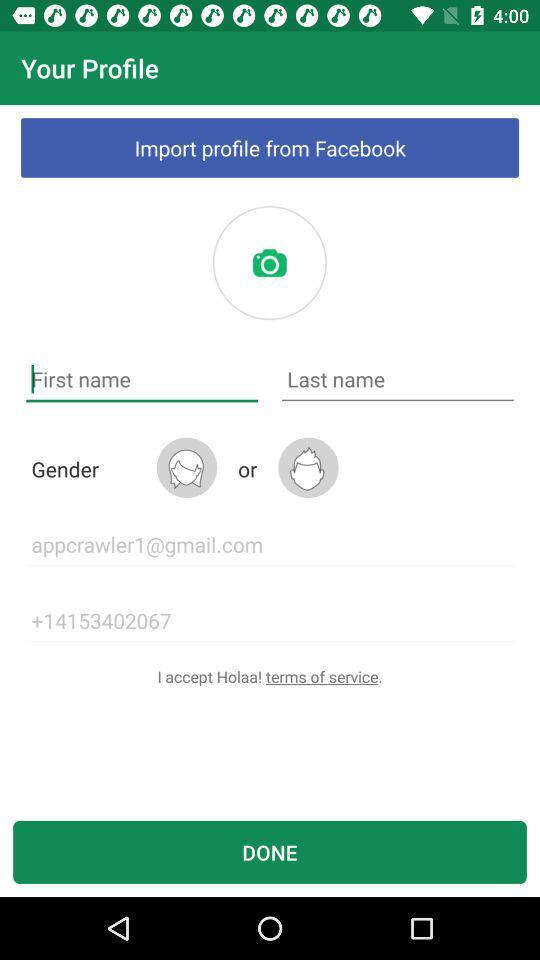 The height and width of the screenshot is (960, 540). What do you see at coordinates (270, 545) in the screenshot?
I see `the item above the +14153402067 icon` at bounding box center [270, 545].